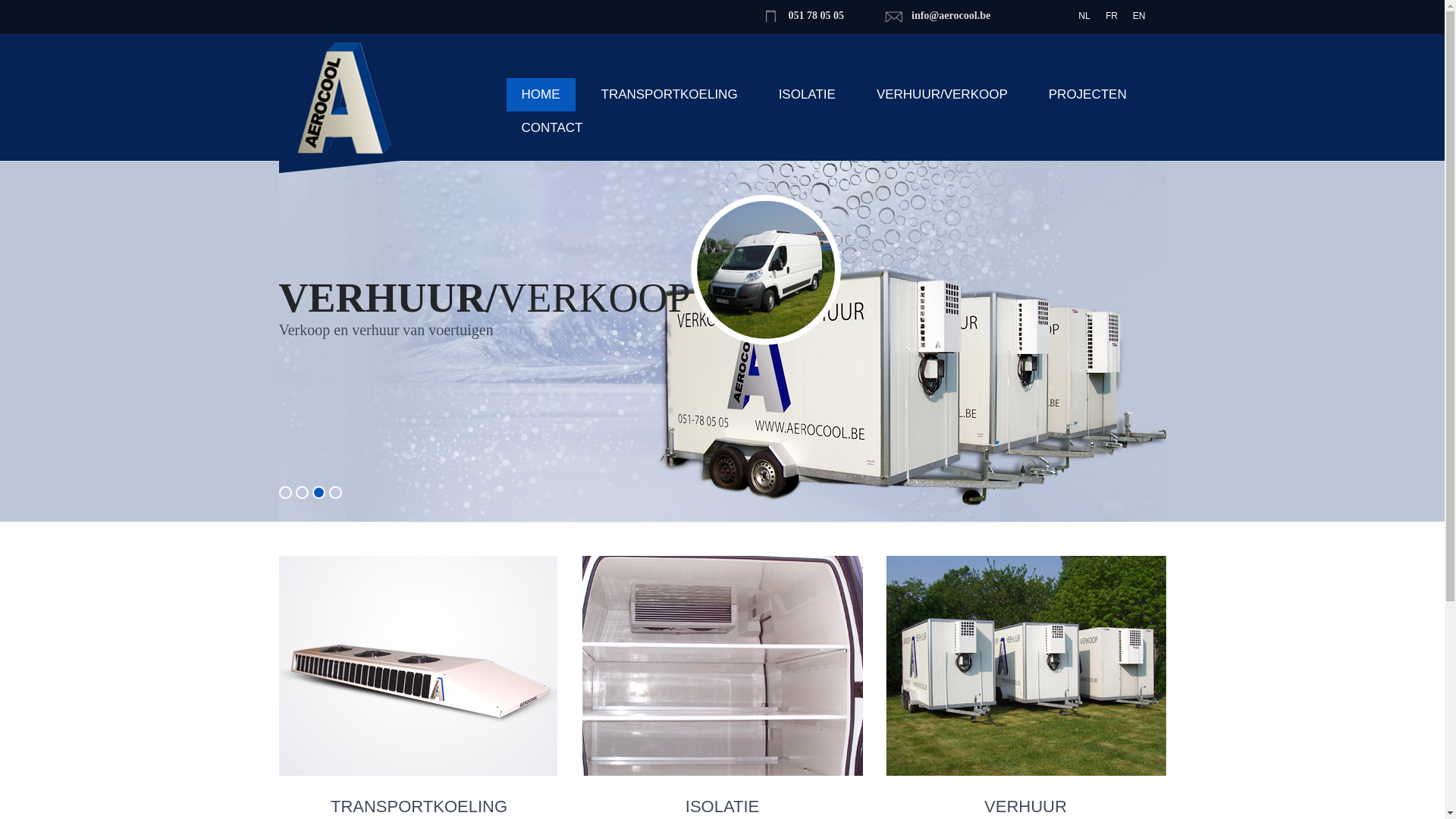  I want to click on 'Aerocool', so click(343, 105).